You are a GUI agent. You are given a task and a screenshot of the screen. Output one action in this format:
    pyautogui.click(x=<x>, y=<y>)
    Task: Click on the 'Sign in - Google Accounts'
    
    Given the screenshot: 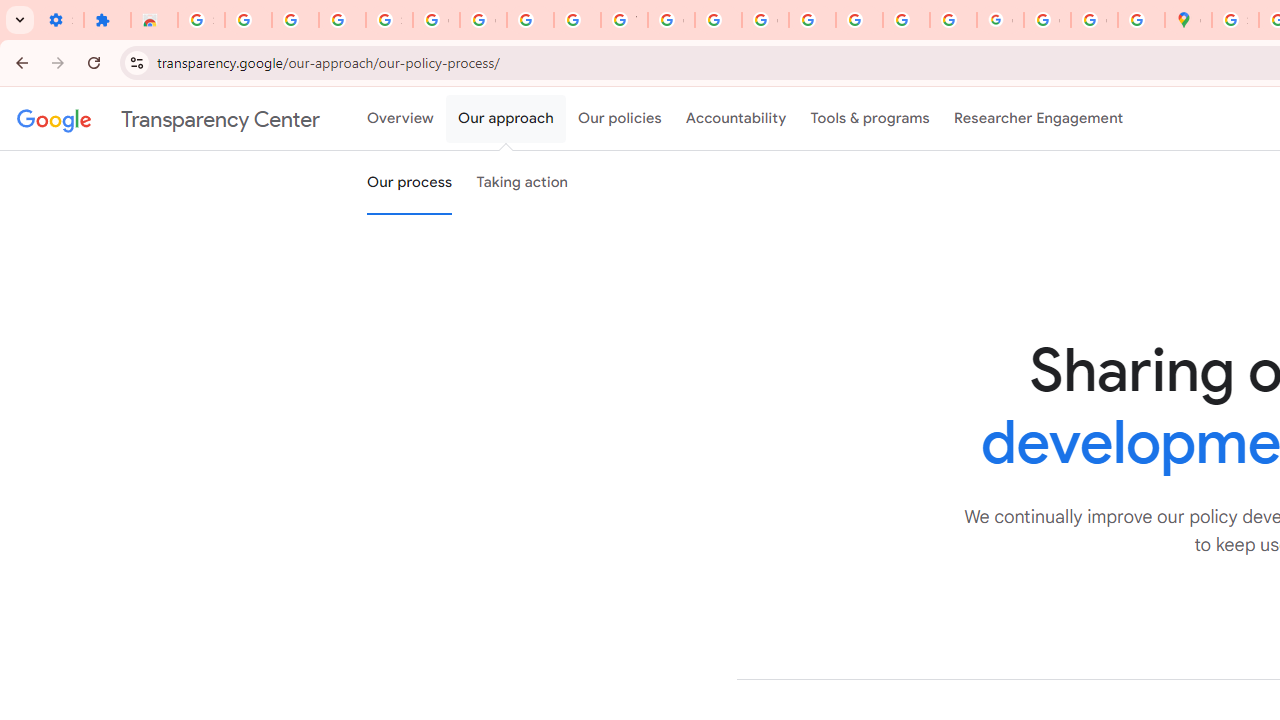 What is the action you would take?
    pyautogui.click(x=201, y=20)
    